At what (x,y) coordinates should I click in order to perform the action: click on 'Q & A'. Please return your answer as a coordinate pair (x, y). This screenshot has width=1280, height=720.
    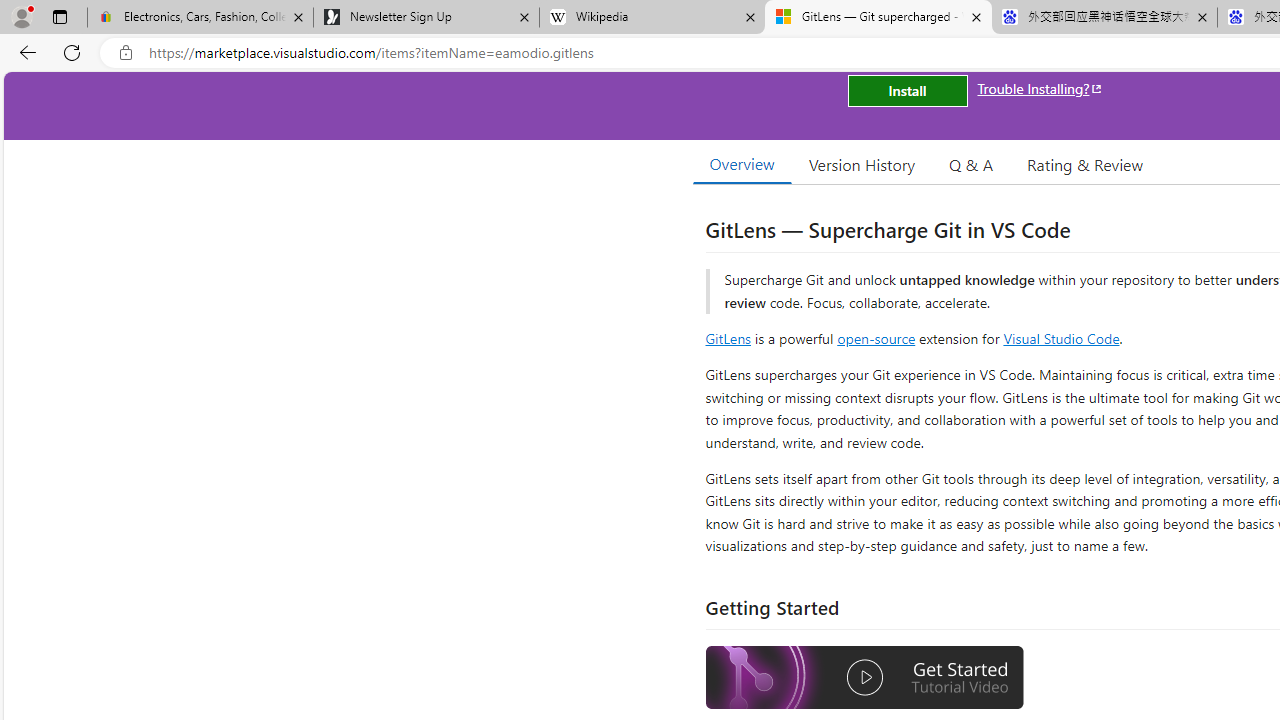
    Looking at the image, I should click on (971, 163).